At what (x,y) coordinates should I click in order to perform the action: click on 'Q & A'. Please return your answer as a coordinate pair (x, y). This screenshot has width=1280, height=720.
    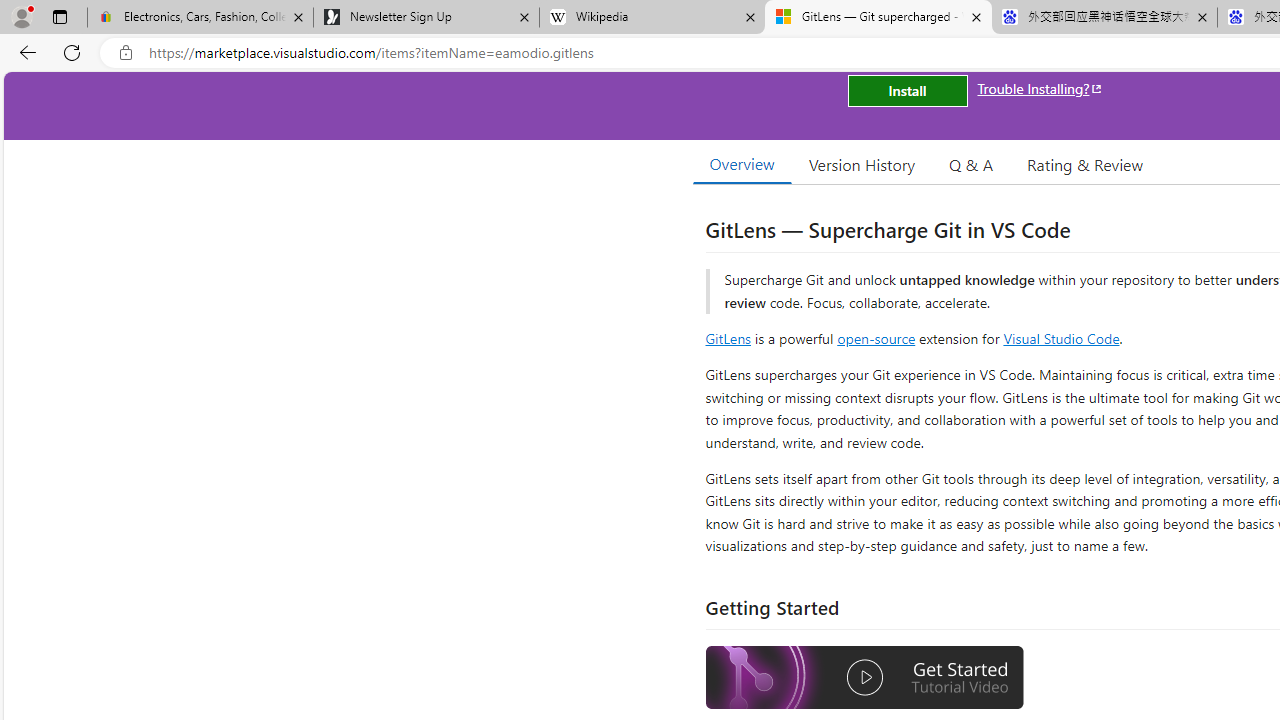
    Looking at the image, I should click on (971, 163).